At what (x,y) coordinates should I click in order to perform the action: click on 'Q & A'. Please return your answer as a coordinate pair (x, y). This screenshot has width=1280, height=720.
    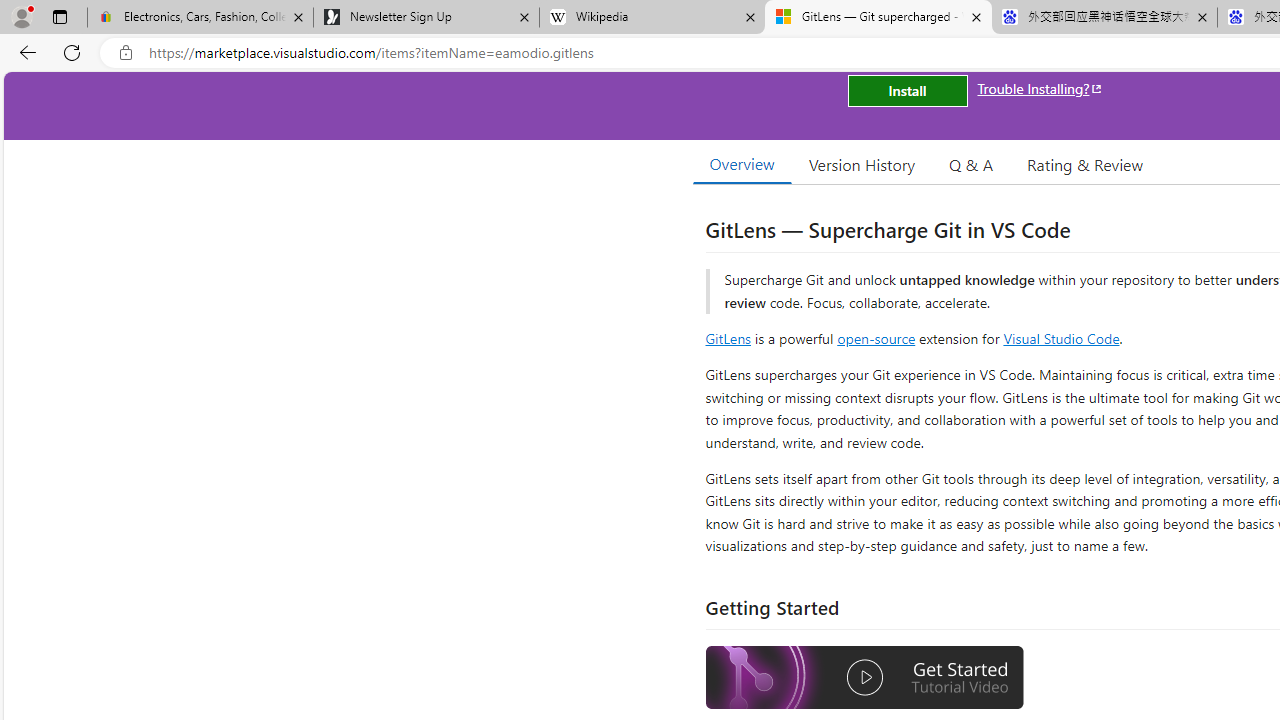
    Looking at the image, I should click on (971, 163).